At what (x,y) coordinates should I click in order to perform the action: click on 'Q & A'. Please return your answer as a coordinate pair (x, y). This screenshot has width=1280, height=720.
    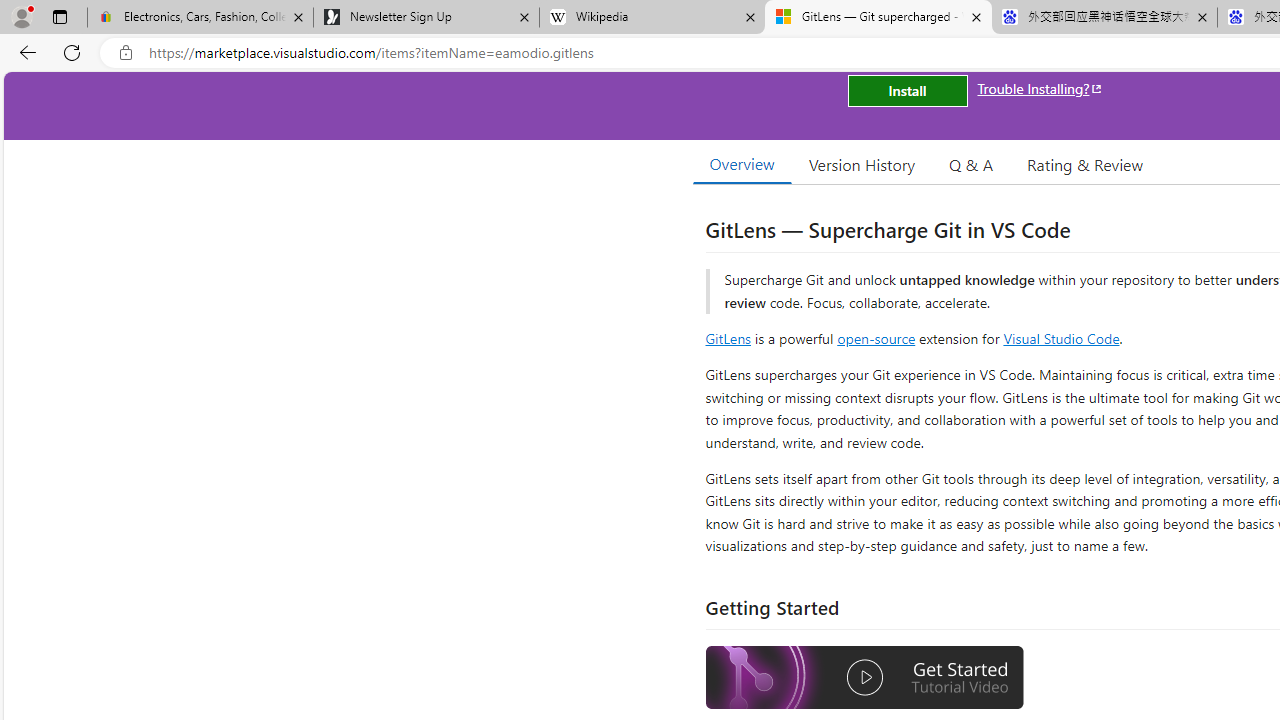
    Looking at the image, I should click on (971, 163).